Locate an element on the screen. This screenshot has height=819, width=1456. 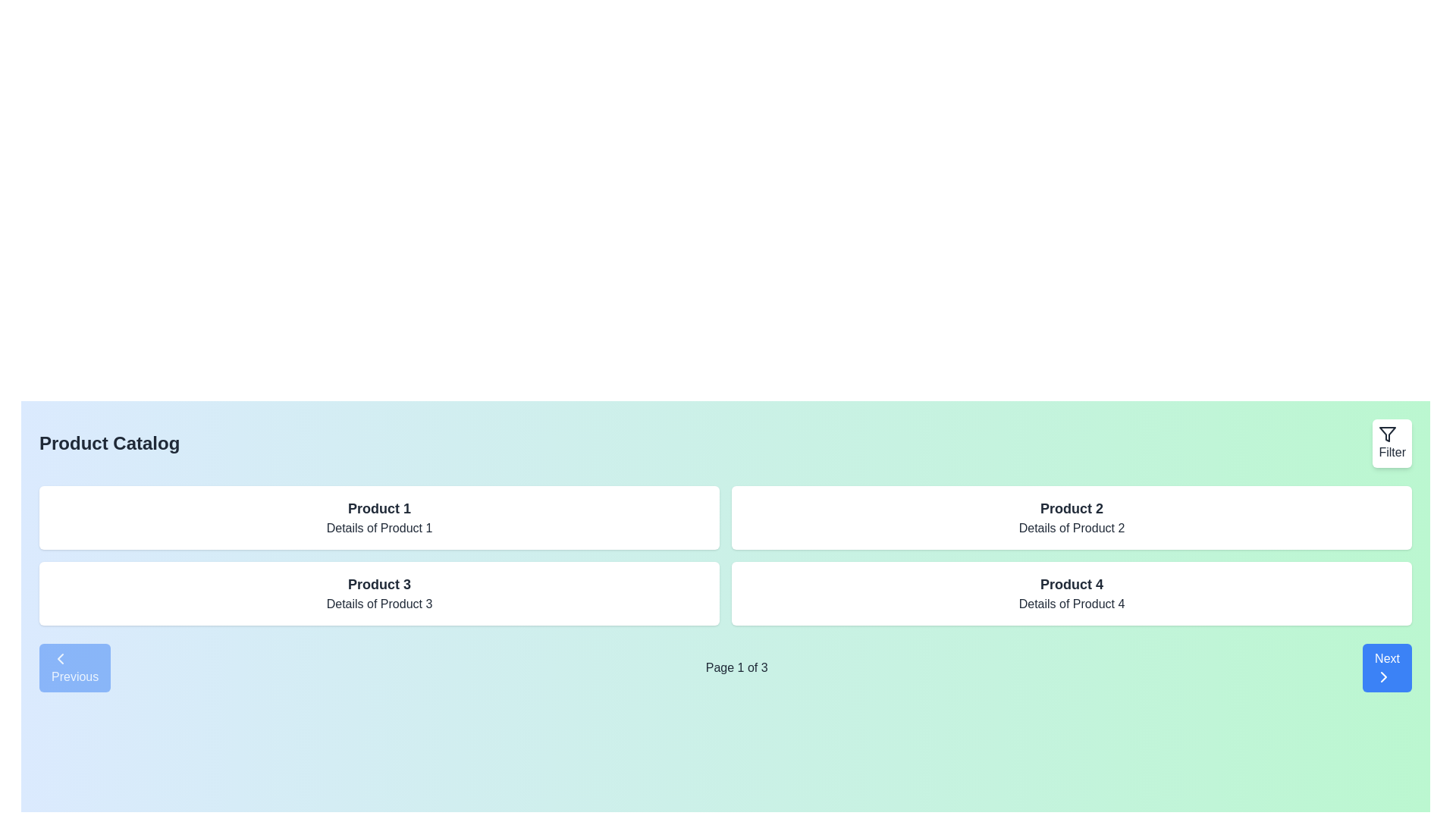
the bolded text label displaying 'Product 1' is located at coordinates (379, 509).